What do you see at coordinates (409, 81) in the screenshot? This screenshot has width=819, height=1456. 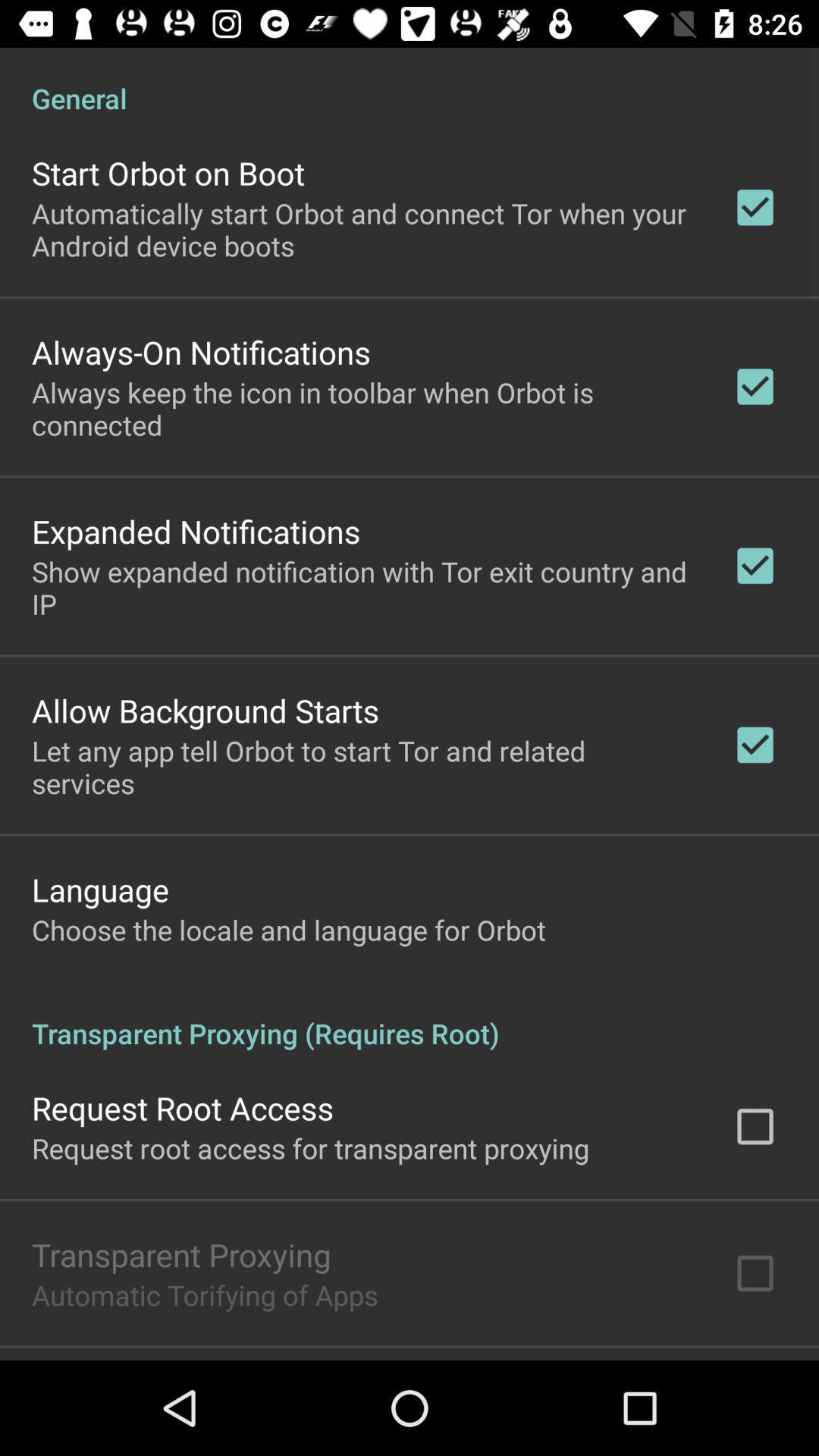 I see `app above the start orbot on item` at bounding box center [409, 81].